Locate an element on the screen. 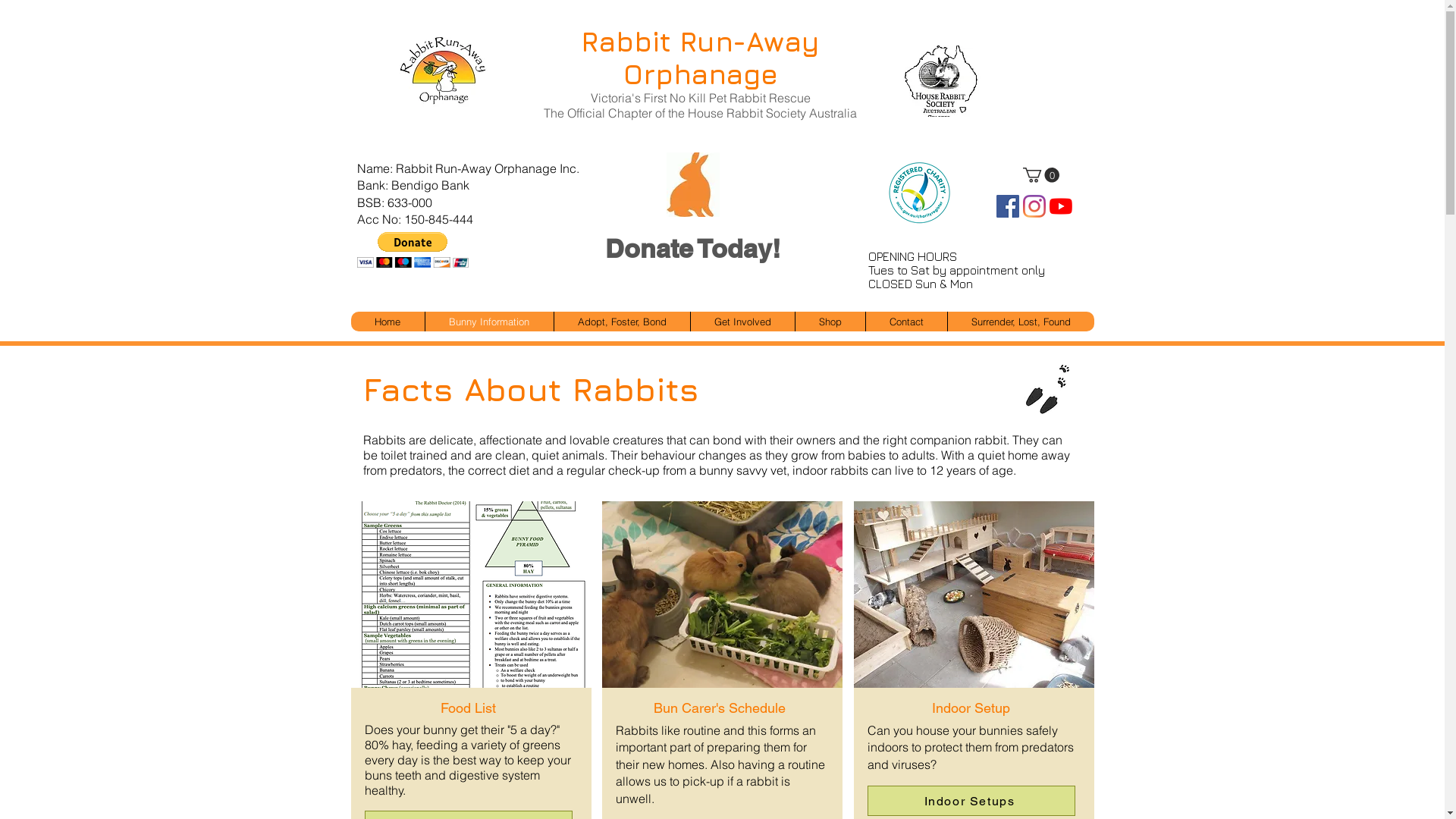 This screenshot has height=819, width=1456. '0' is located at coordinates (1040, 174).